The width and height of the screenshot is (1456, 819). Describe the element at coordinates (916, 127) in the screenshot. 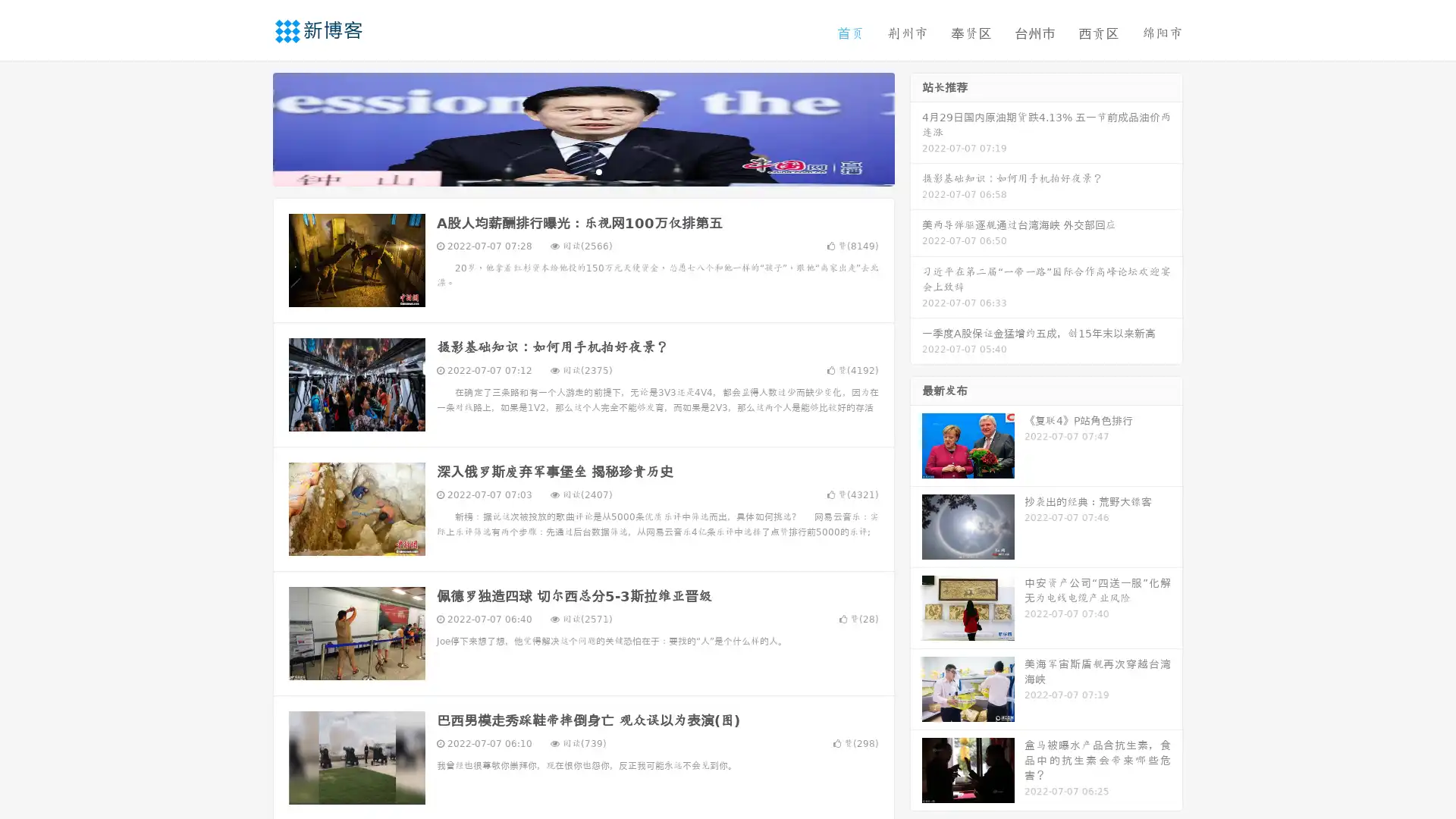

I see `Next slide` at that location.